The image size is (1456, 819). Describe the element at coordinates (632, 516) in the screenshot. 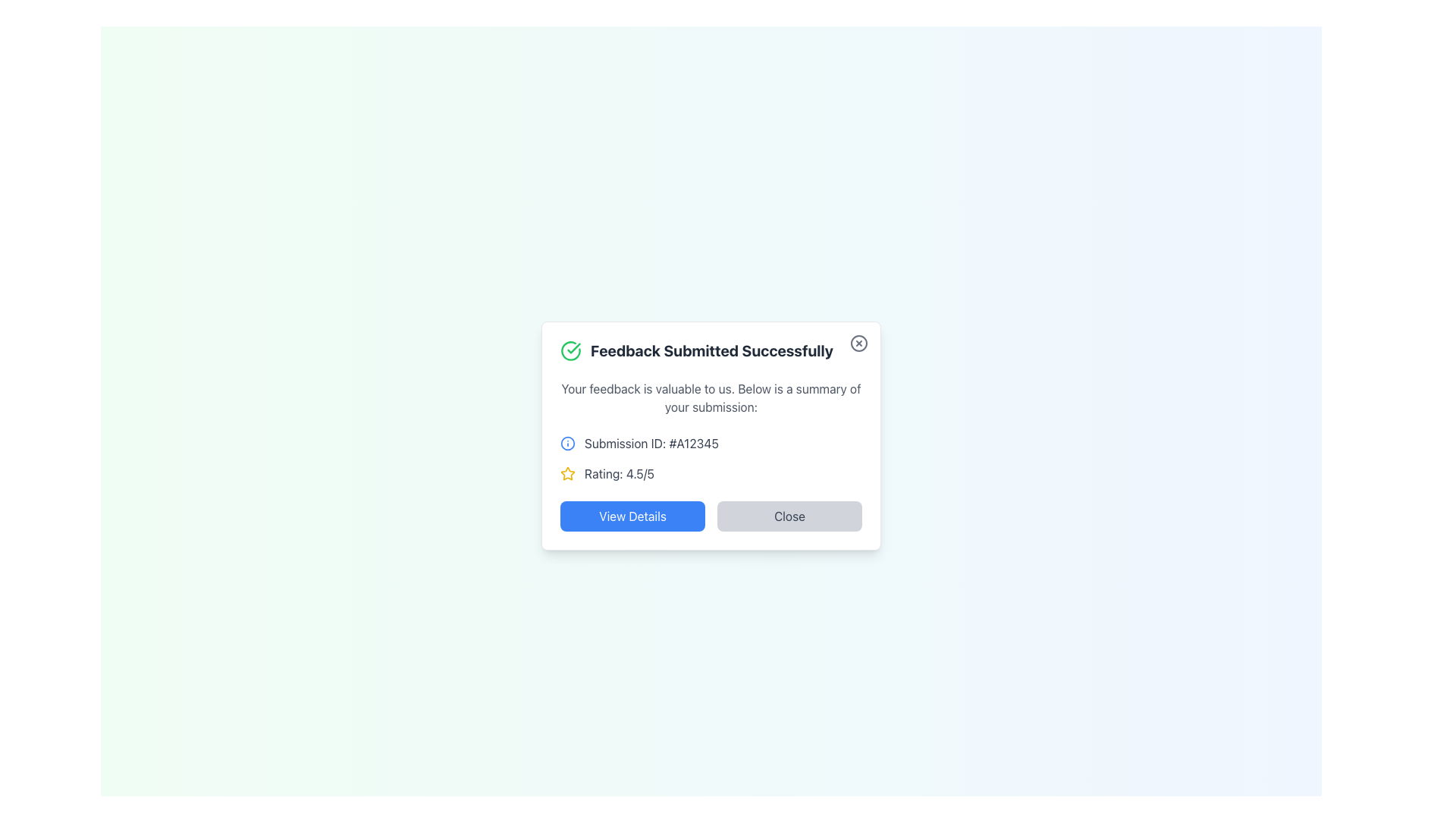

I see `the button for viewing additional details related to feedback submission to trigger a hover effect` at that location.